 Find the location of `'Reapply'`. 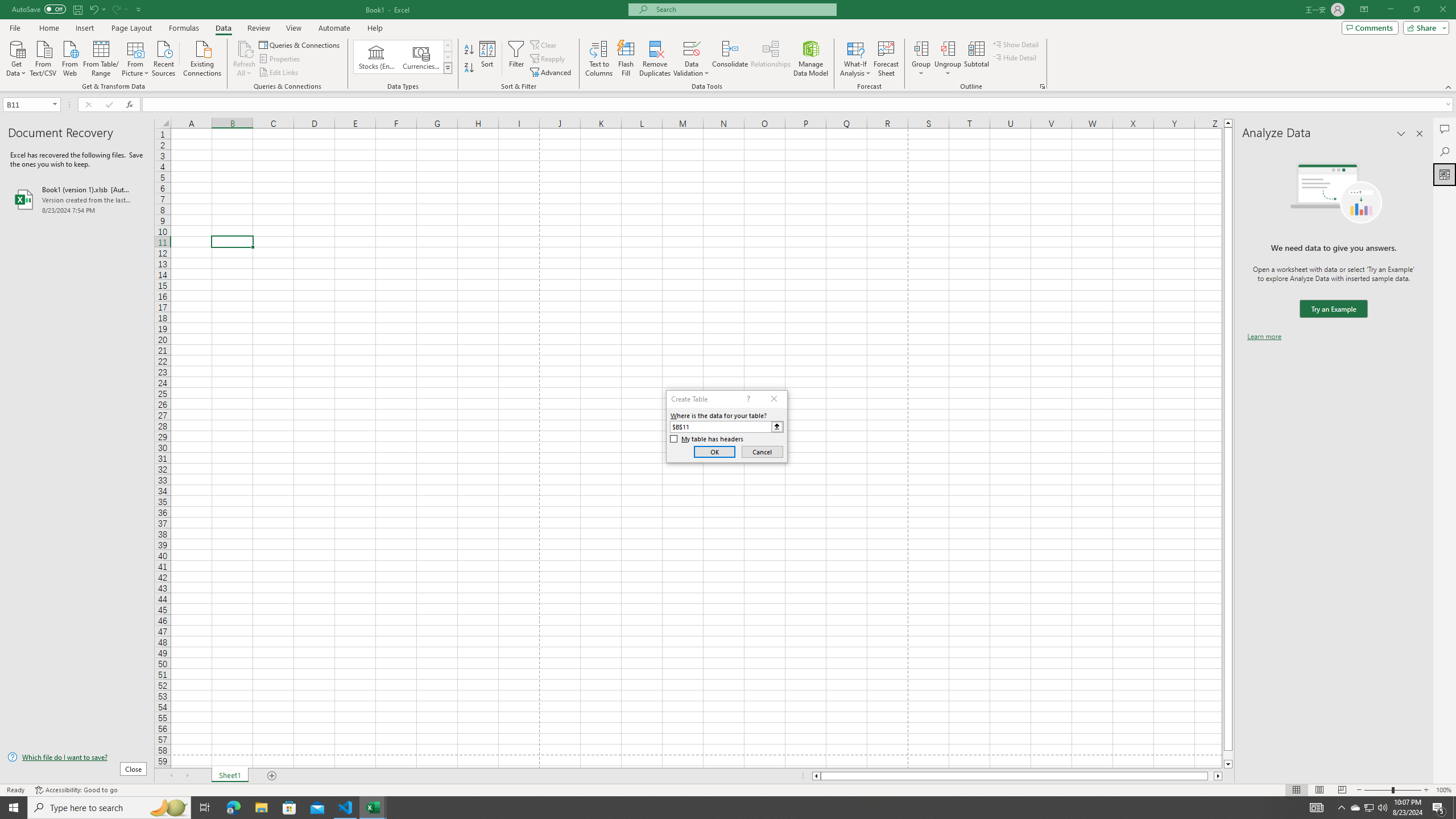

'Reapply' is located at coordinates (549, 59).